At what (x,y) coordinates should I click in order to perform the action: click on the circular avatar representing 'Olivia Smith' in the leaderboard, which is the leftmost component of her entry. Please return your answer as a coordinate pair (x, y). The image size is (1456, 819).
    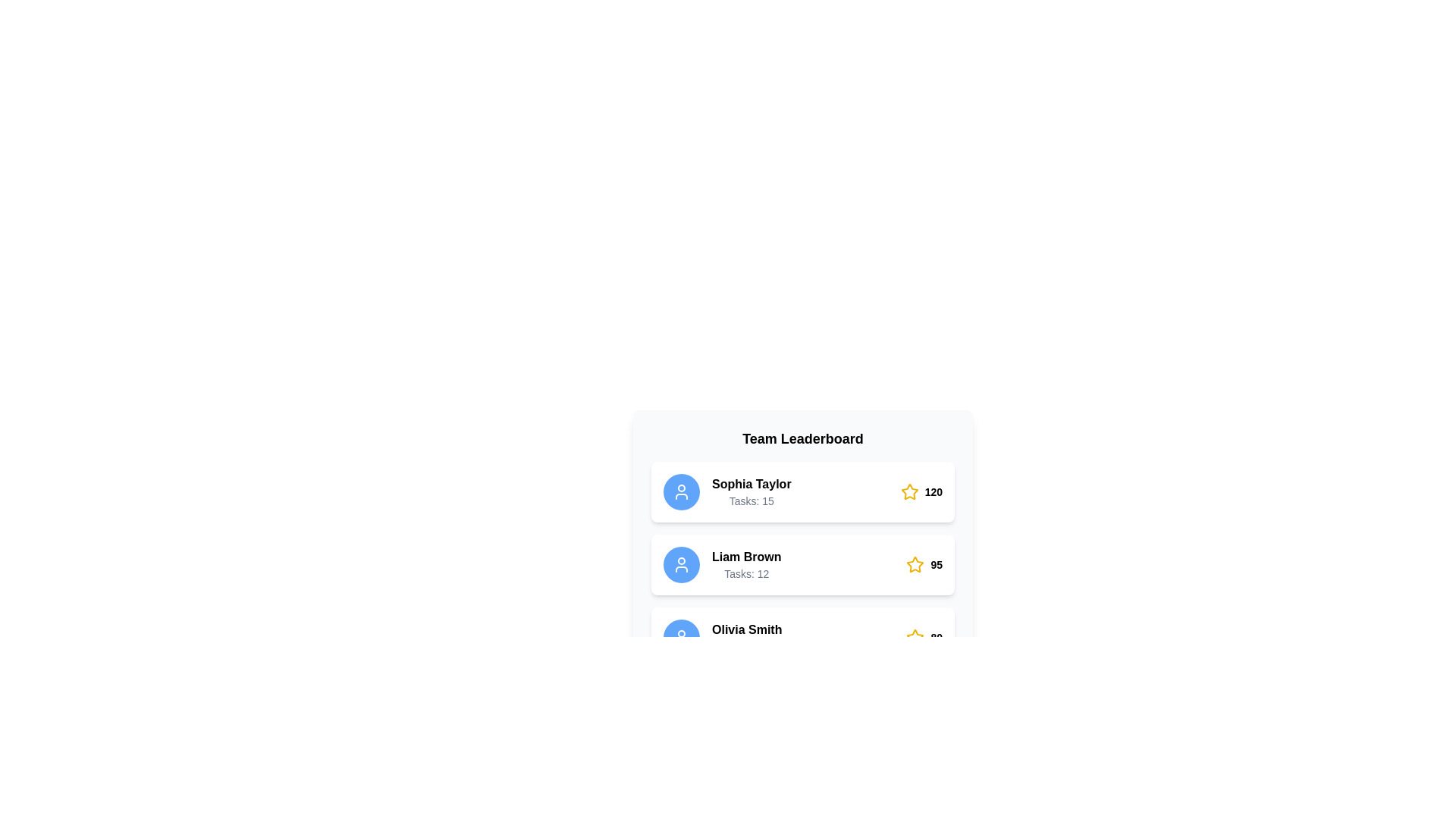
    Looking at the image, I should click on (680, 637).